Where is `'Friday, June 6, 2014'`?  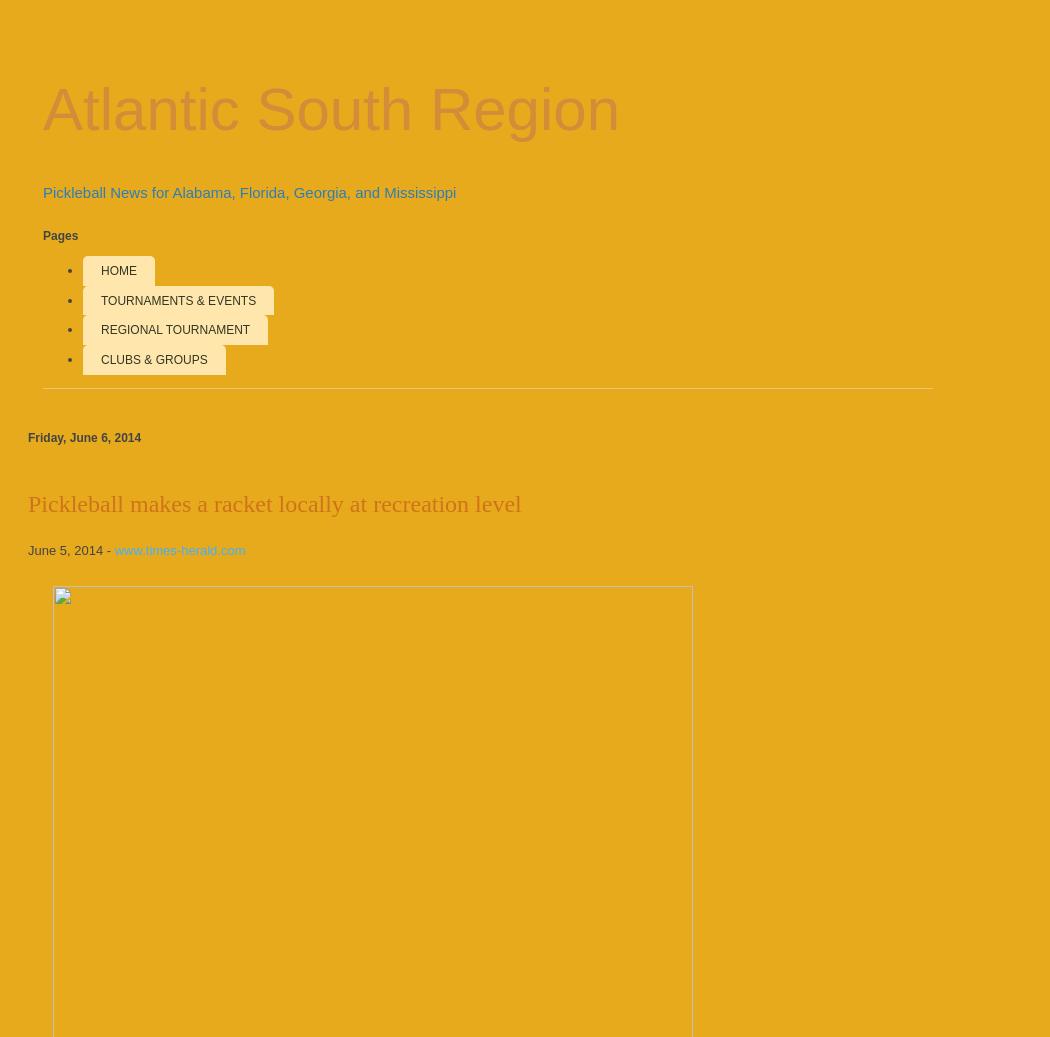
'Friday, June 6, 2014' is located at coordinates (28, 435).